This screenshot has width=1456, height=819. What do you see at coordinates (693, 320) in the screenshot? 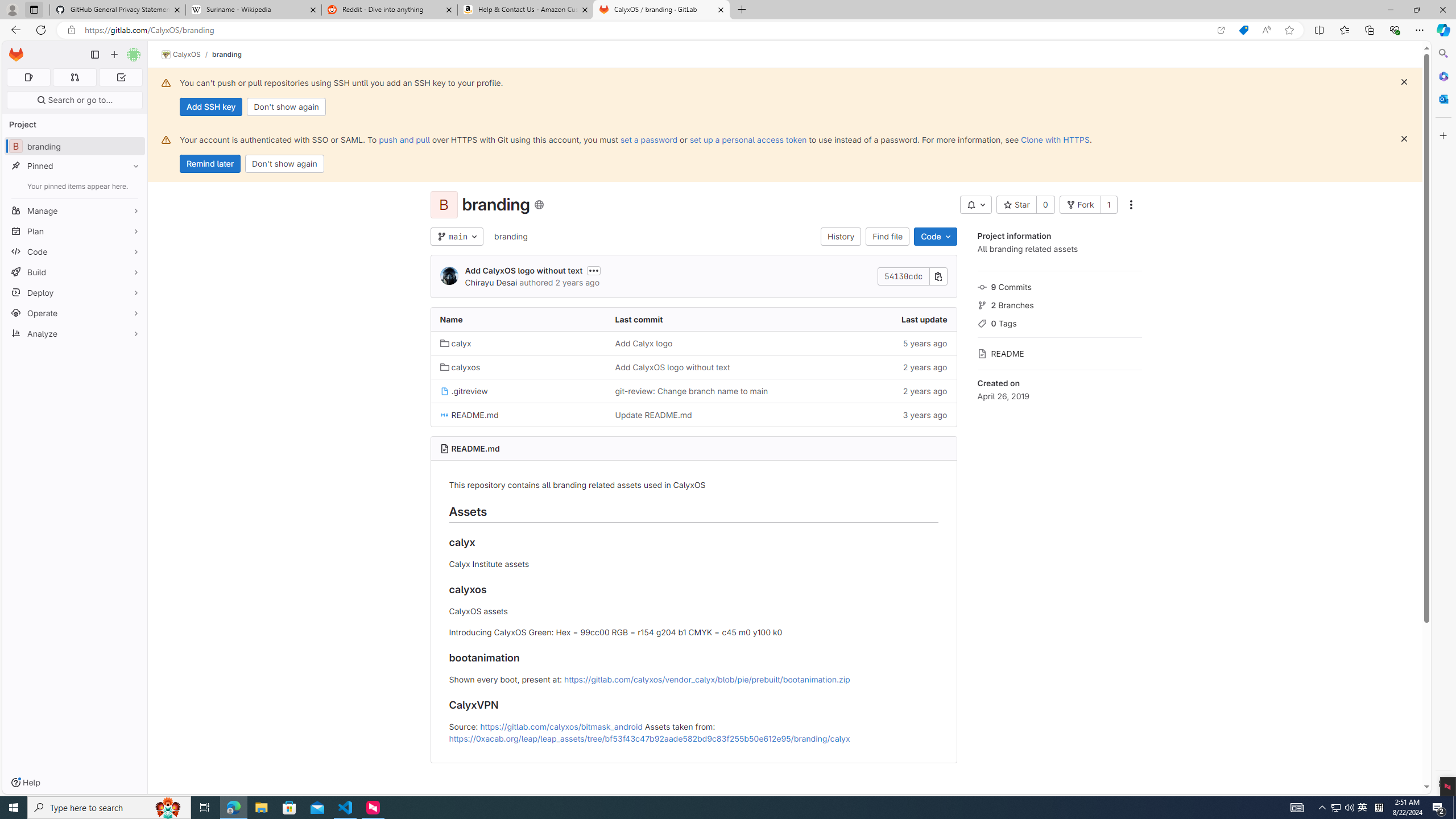
I see `'Last commit'` at bounding box center [693, 320].